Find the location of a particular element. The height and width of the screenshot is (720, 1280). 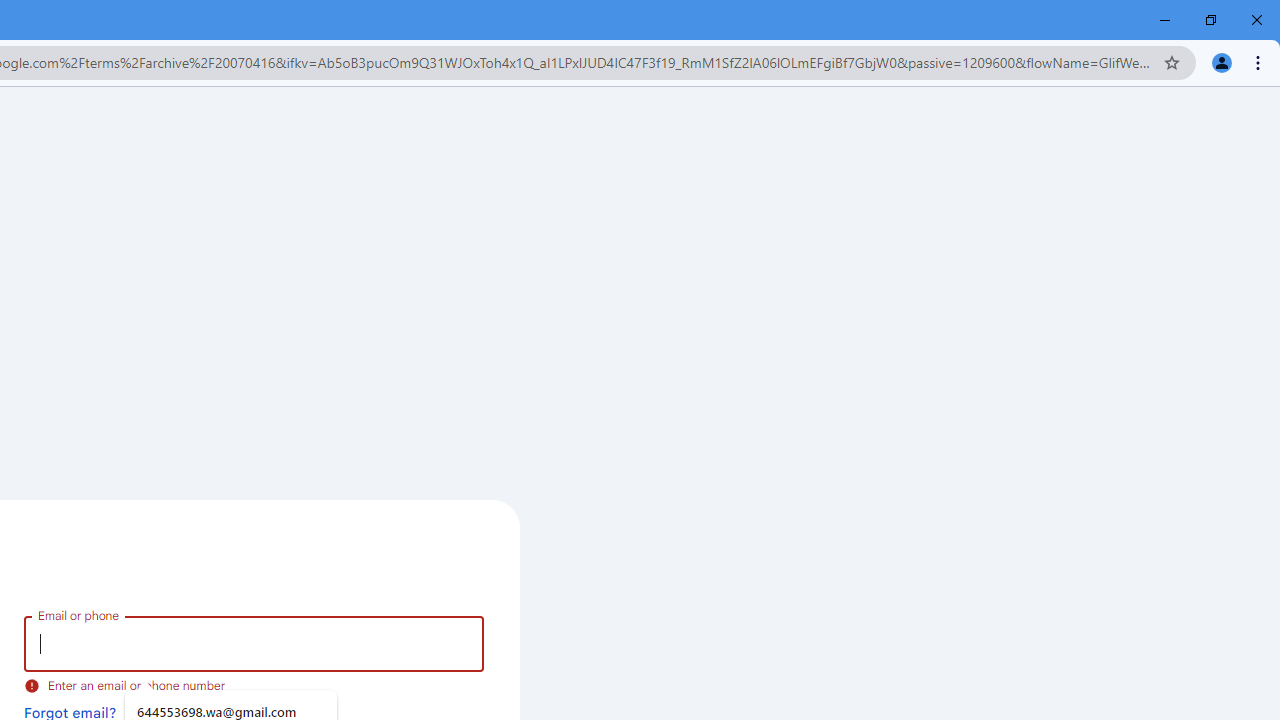

'Email or phone' is located at coordinates (253, 643).